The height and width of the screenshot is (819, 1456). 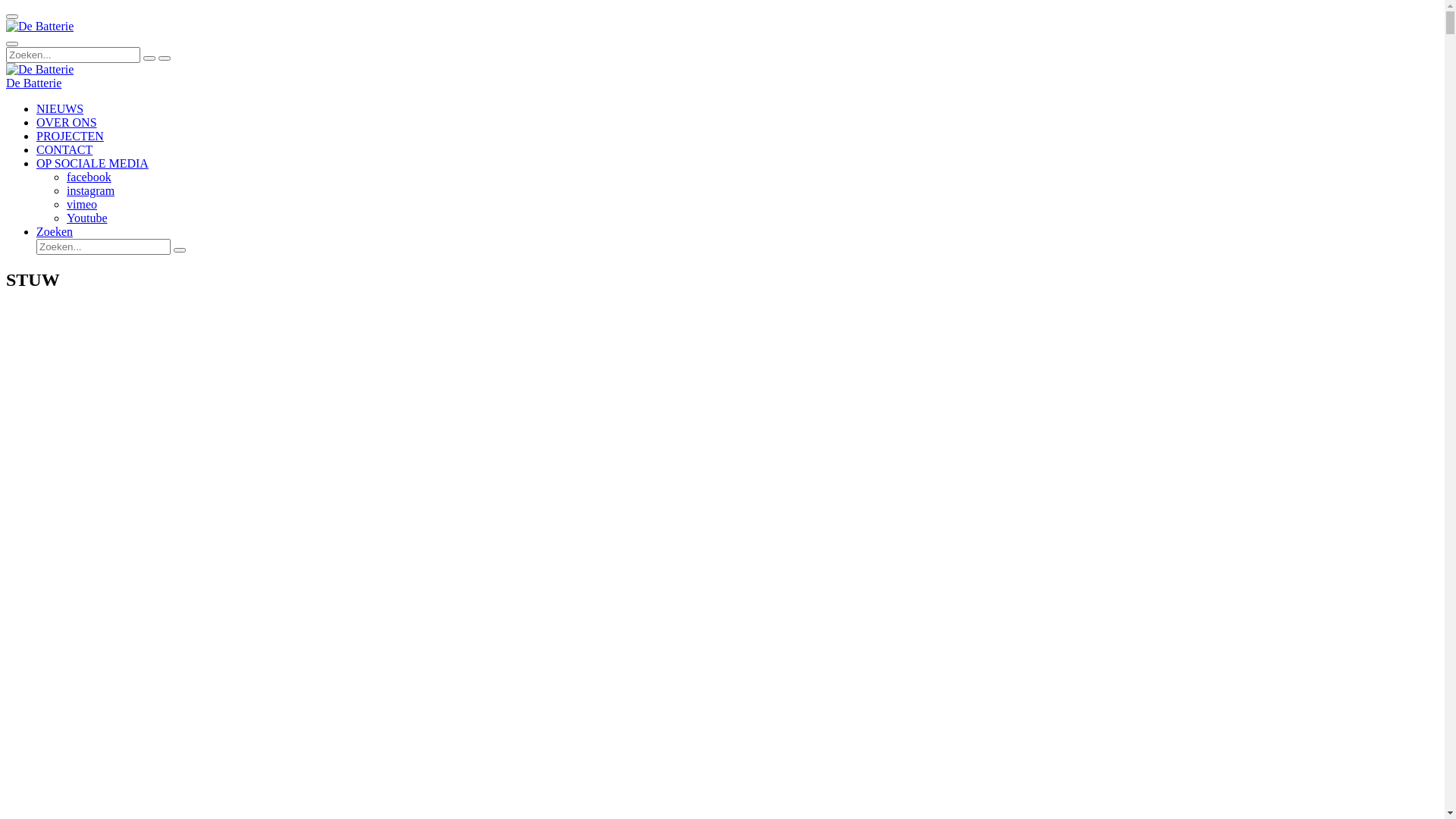 What do you see at coordinates (36, 121) in the screenshot?
I see `'OVER ONS'` at bounding box center [36, 121].